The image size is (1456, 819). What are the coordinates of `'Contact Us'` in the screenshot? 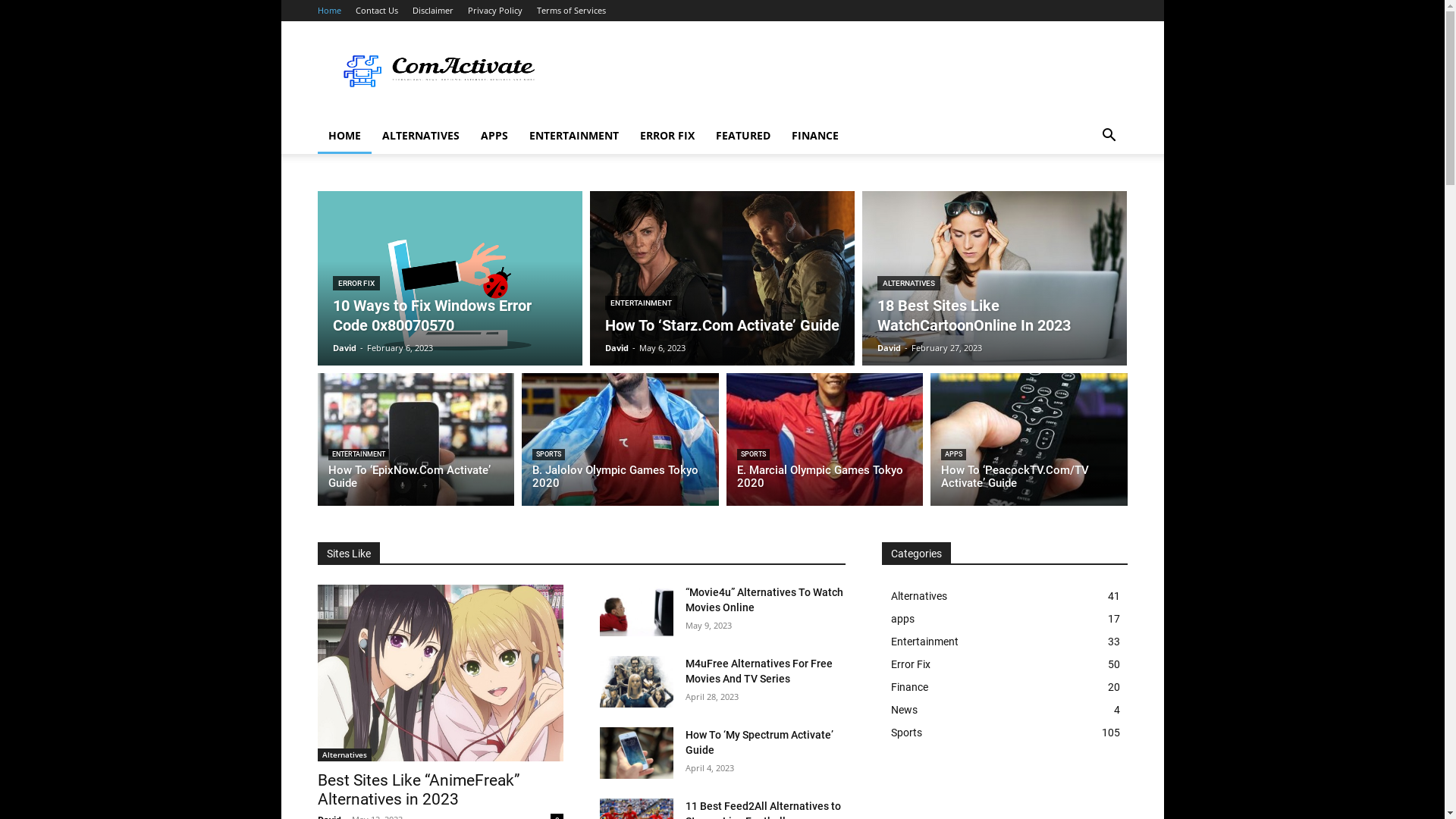 It's located at (375, 10).